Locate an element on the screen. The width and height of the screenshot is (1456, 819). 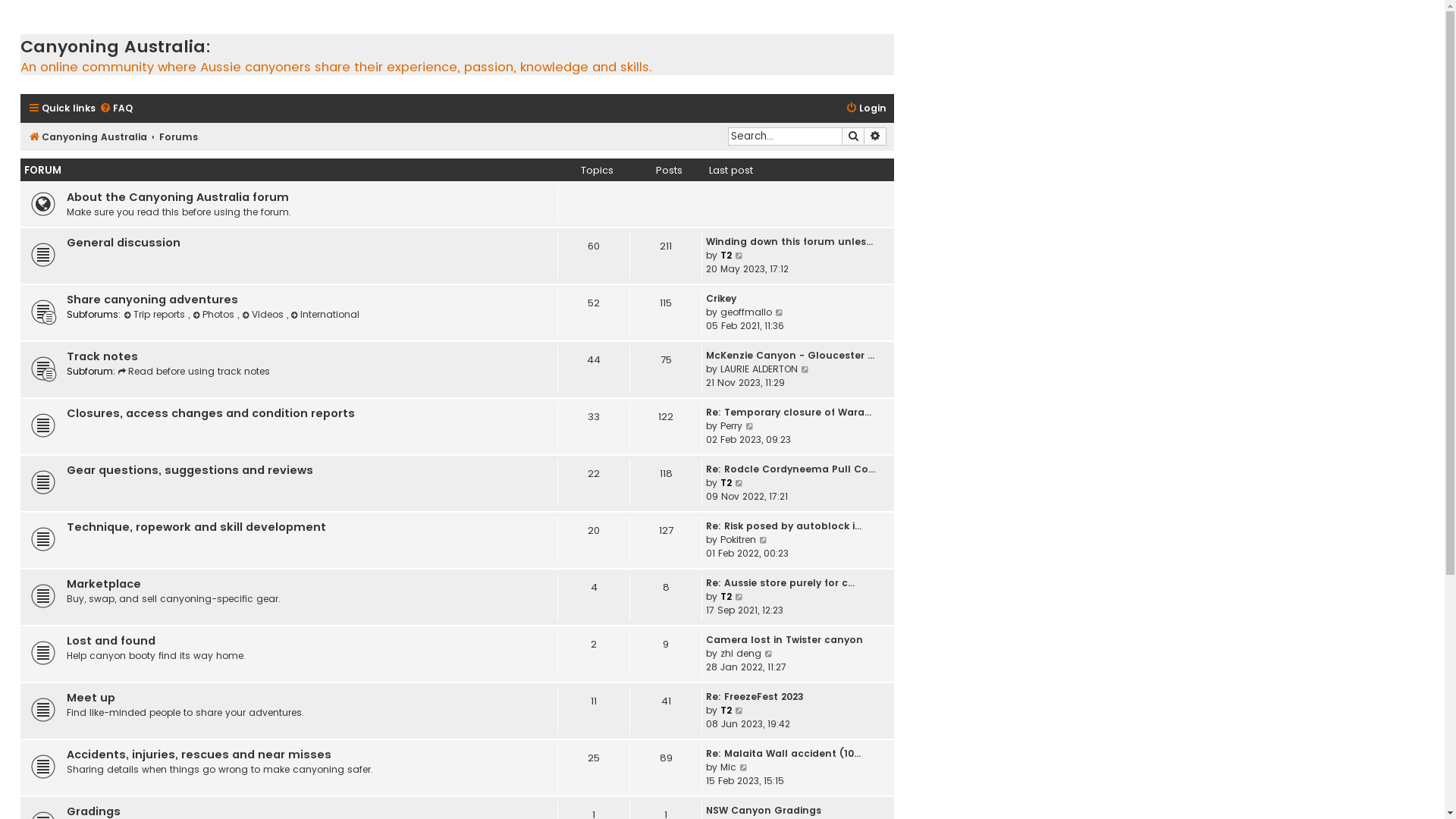
'International' is located at coordinates (325, 313).